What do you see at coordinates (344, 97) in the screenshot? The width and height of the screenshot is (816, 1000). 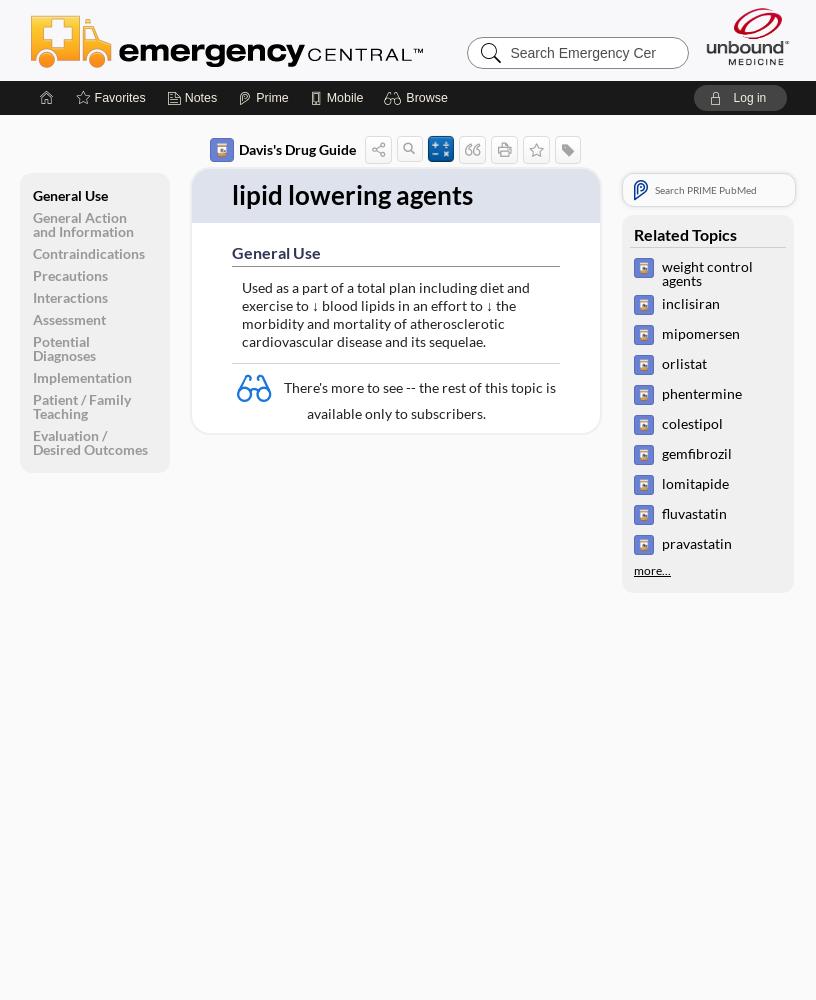 I see `'Mobile'` at bounding box center [344, 97].